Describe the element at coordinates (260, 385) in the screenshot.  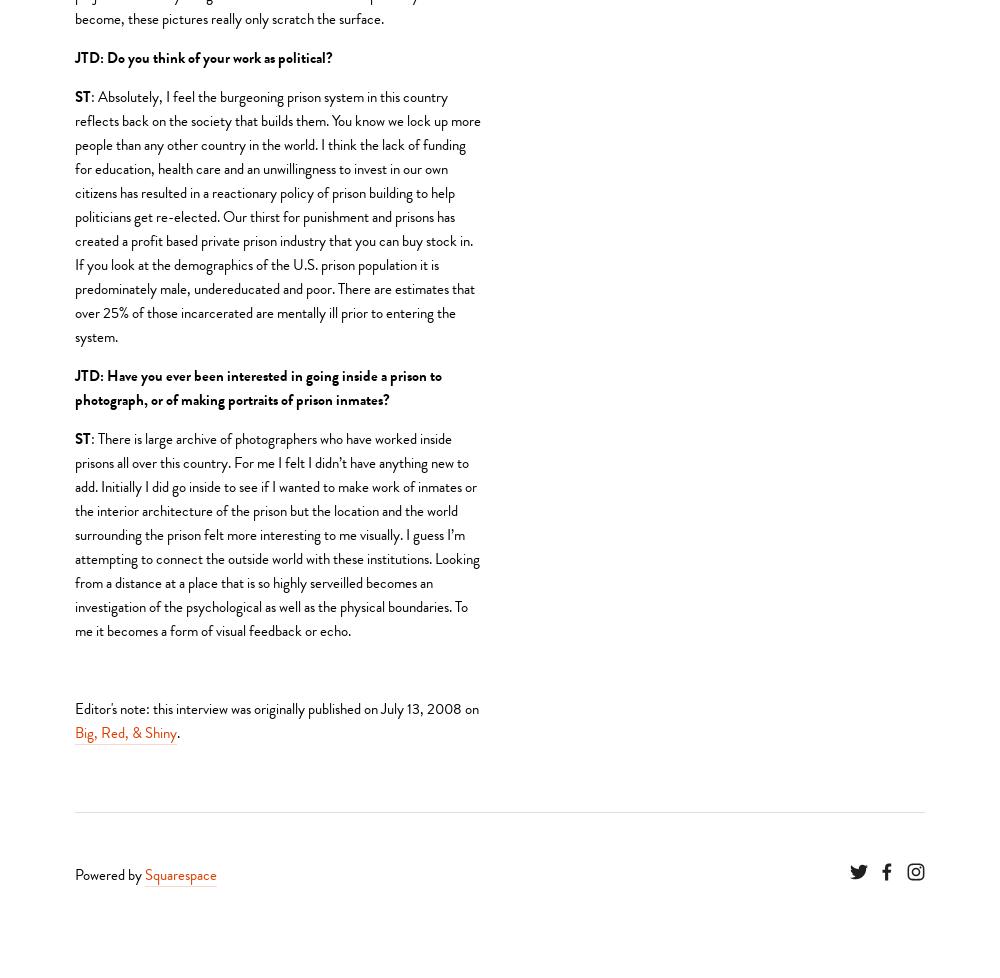
I see `'JTD: Have you ever been interested in going inside a prison to photograph, or of making portraits of prison inmates?'` at that location.